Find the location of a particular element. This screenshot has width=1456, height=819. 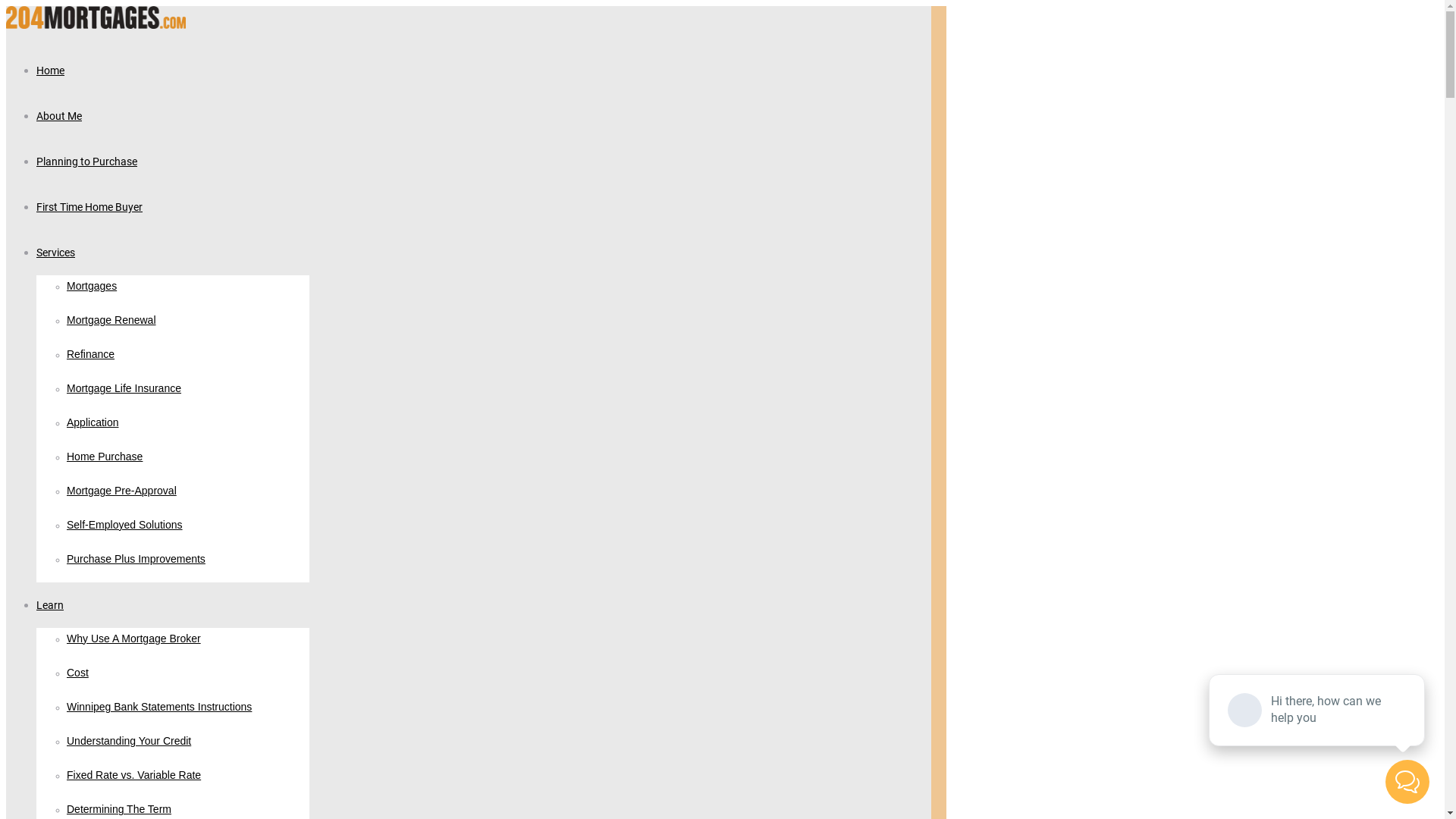

'Learn' is located at coordinates (50, 604).